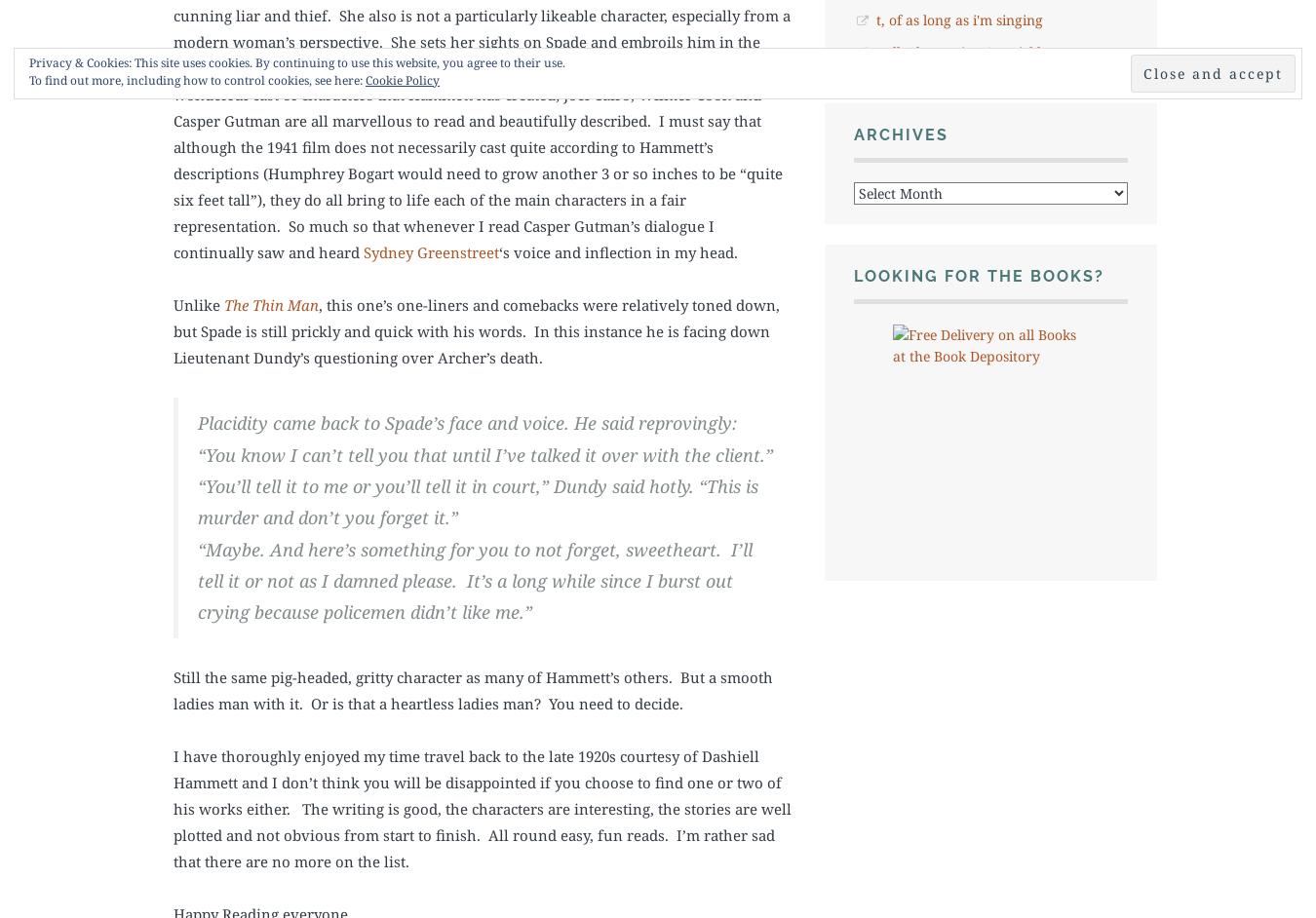 The width and height of the screenshot is (1316, 918). What do you see at coordinates (482, 806) in the screenshot?
I see `'I have thoroughly enjoyed my time travel back to the late 1920s courtesy of Dashiell Hammett and I don’t think you will be disappointed if you choose to find one or two of his works either.   The writing is good, the characters are interesting, the stories are well plotted and not obvious from start to finish.  All round easy, fun reads.  I’m rather sad that there are no more on the list.'` at bounding box center [482, 806].